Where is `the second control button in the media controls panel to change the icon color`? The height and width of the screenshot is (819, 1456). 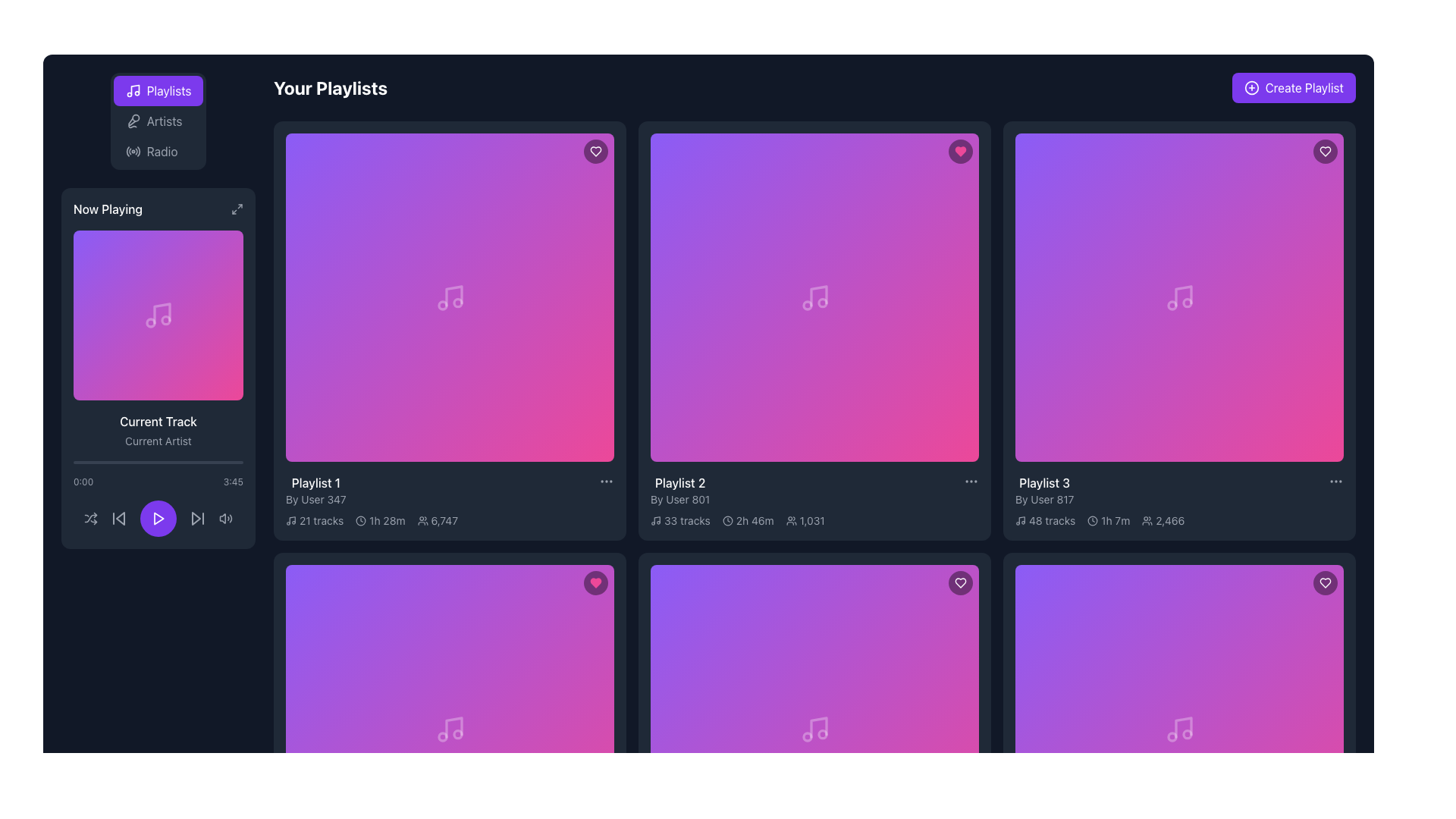
the second control button in the media controls panel to change the icon color is located at coordinates (118, 517).